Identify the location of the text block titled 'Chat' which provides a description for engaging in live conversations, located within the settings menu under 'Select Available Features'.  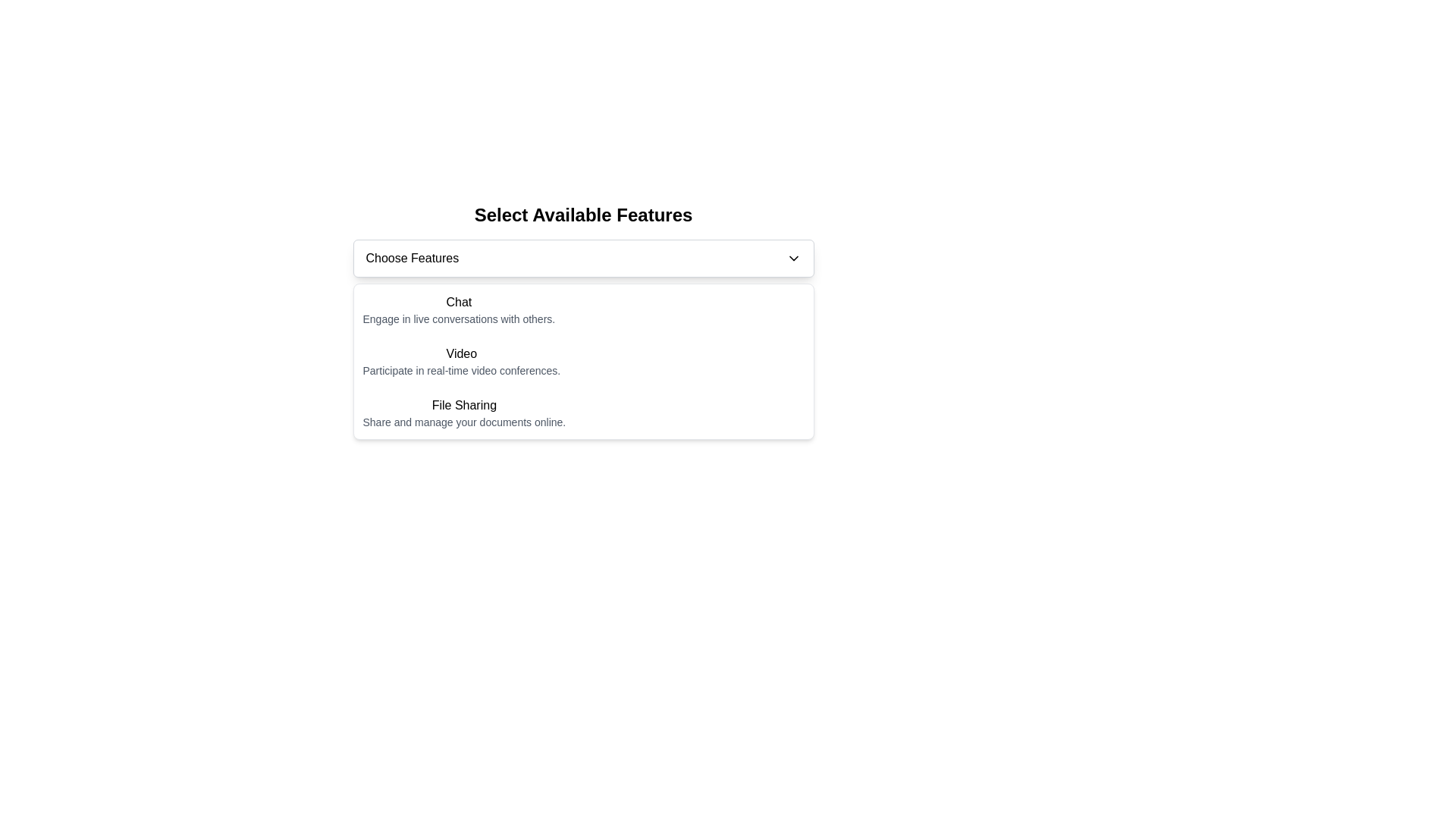
(458, 309).